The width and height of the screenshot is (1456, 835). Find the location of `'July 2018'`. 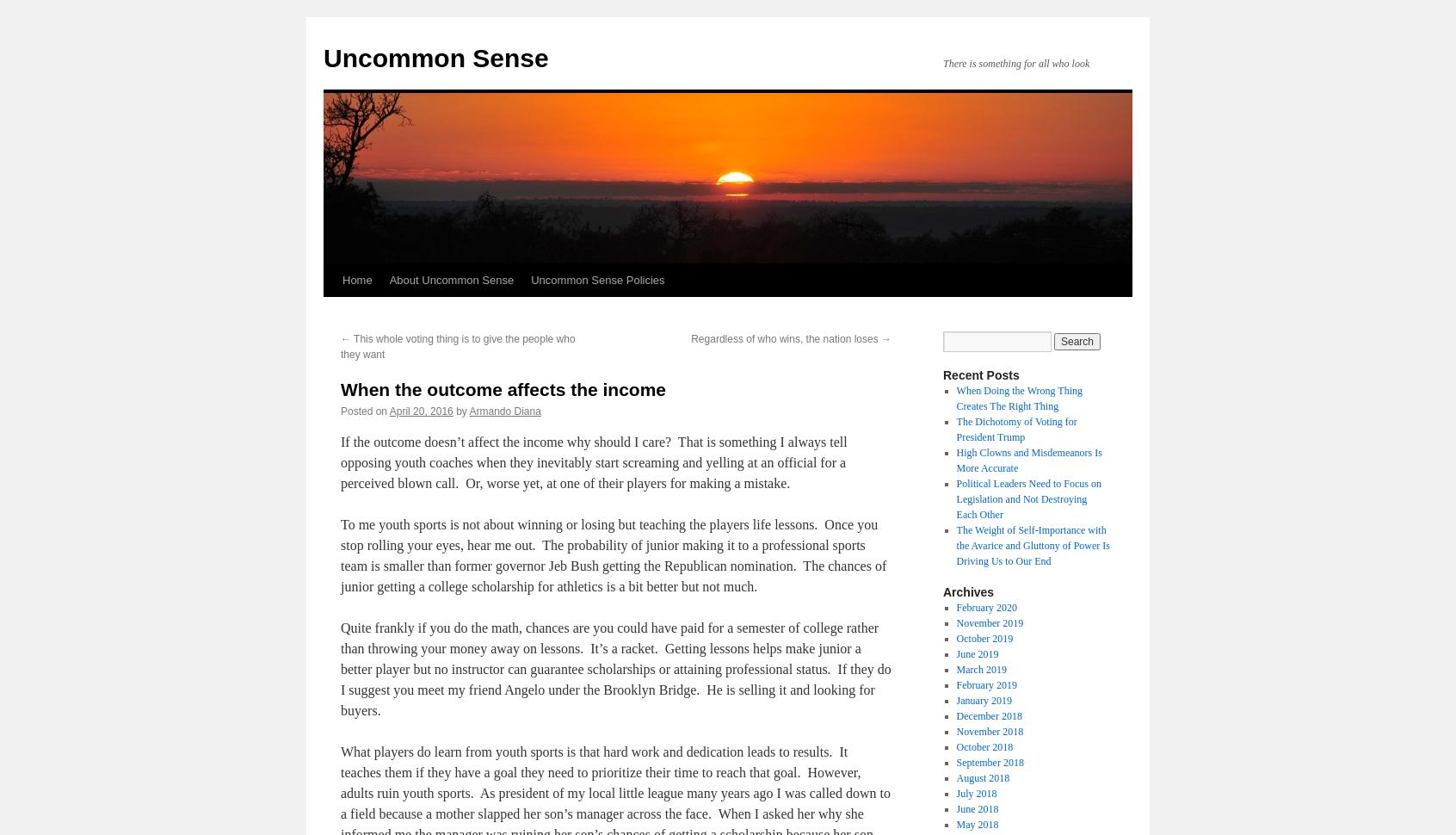

'July 2018' is located at coordinates (975, 793).